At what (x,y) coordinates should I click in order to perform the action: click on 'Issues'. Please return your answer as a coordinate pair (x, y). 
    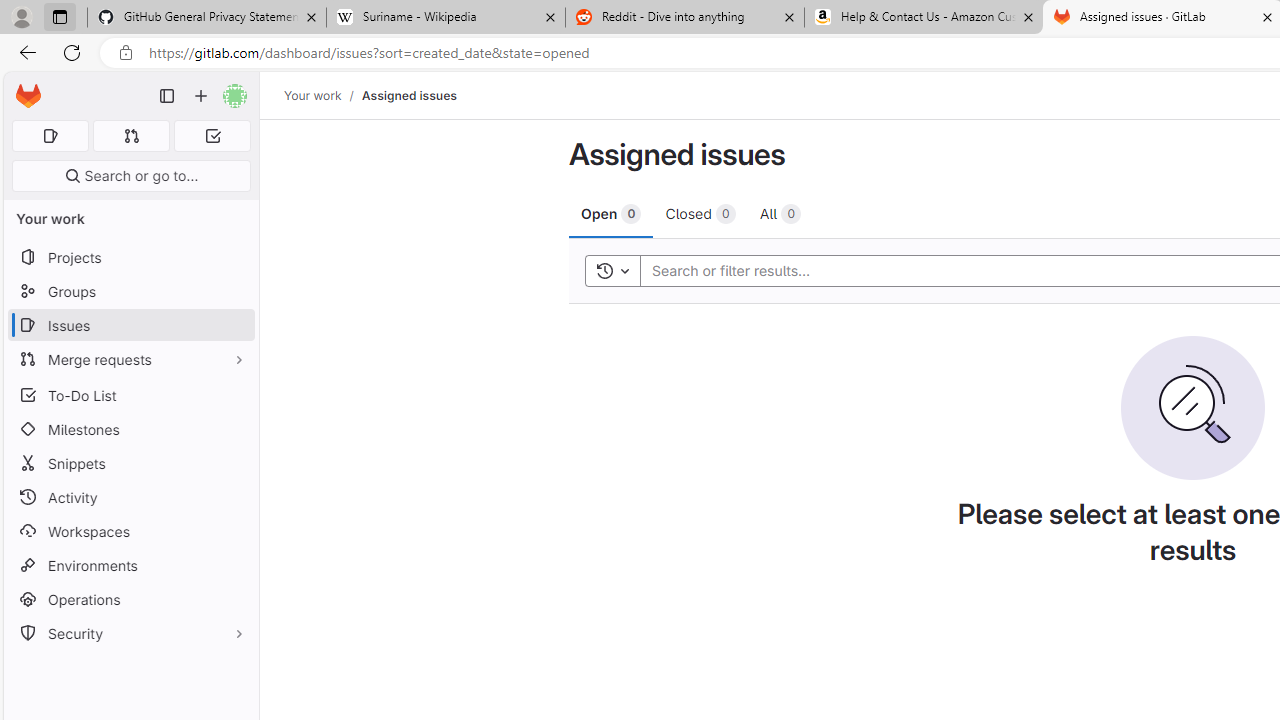
    Looking at the image, I should click on (130, 324).